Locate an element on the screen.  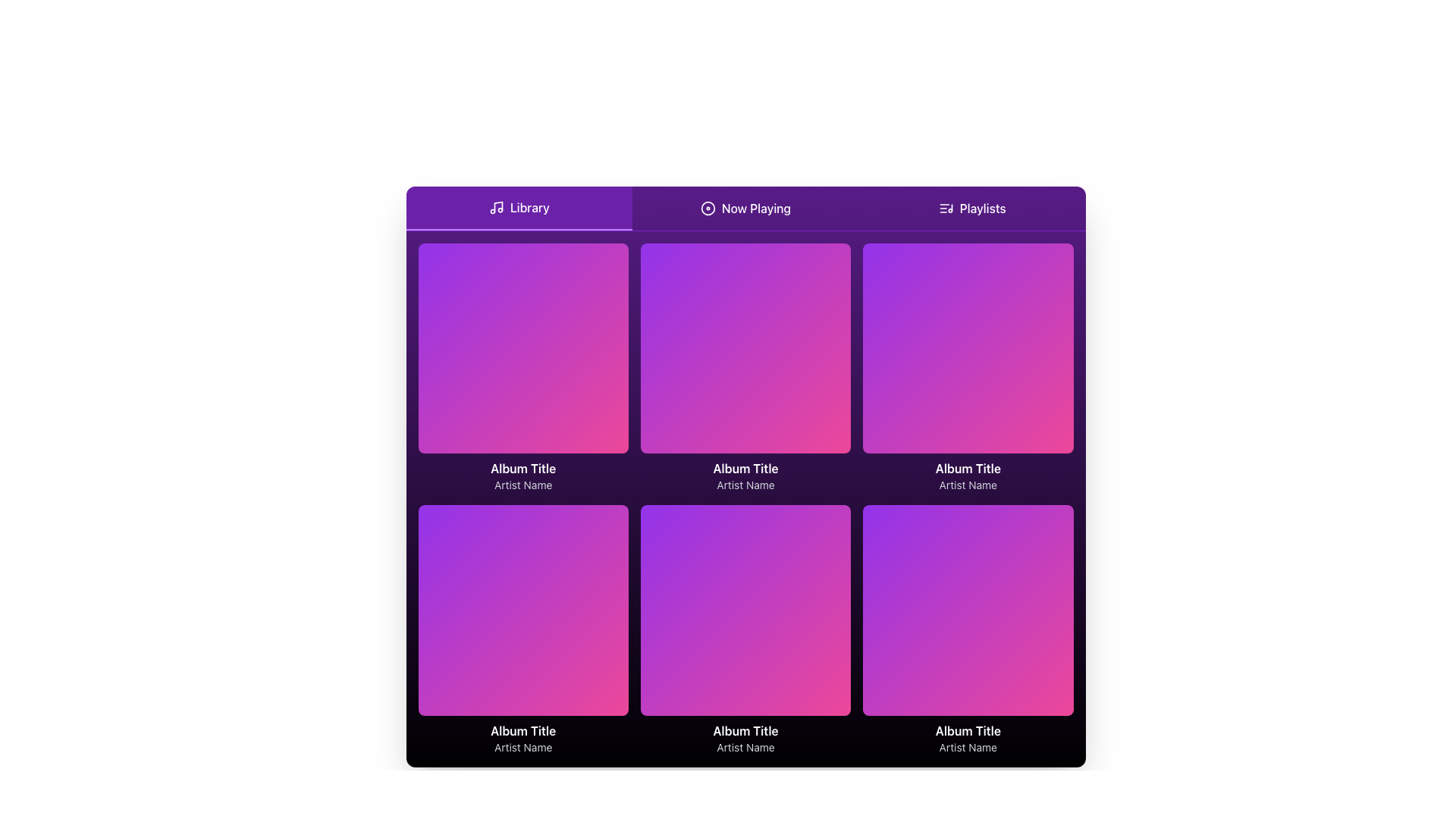
the text label that reads 'Artist Name', which is styled in gray and located underneath 'Album Title' in the grid layout is located at coordinates (967, 746).